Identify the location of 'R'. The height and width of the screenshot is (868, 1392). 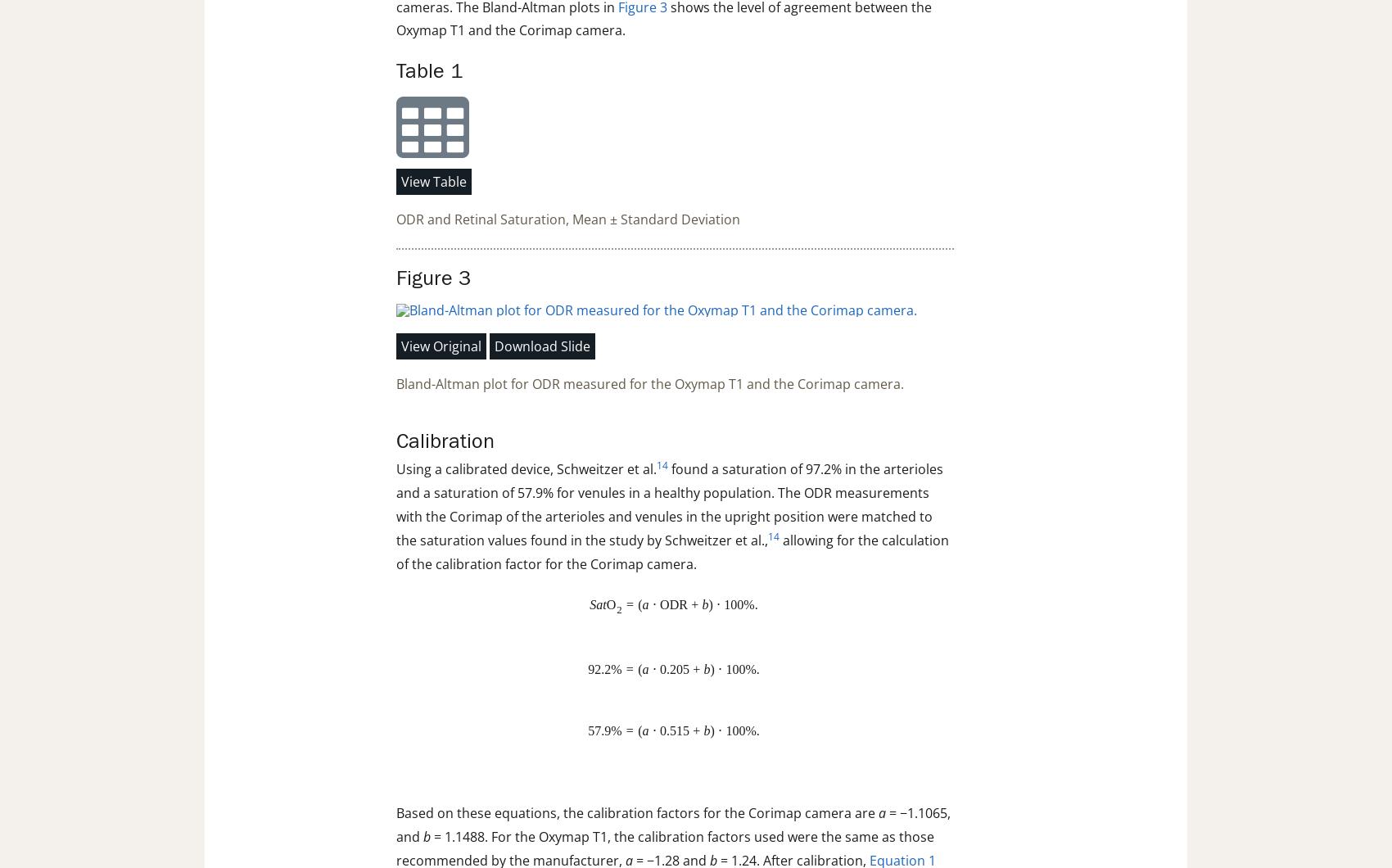
(682, 604).